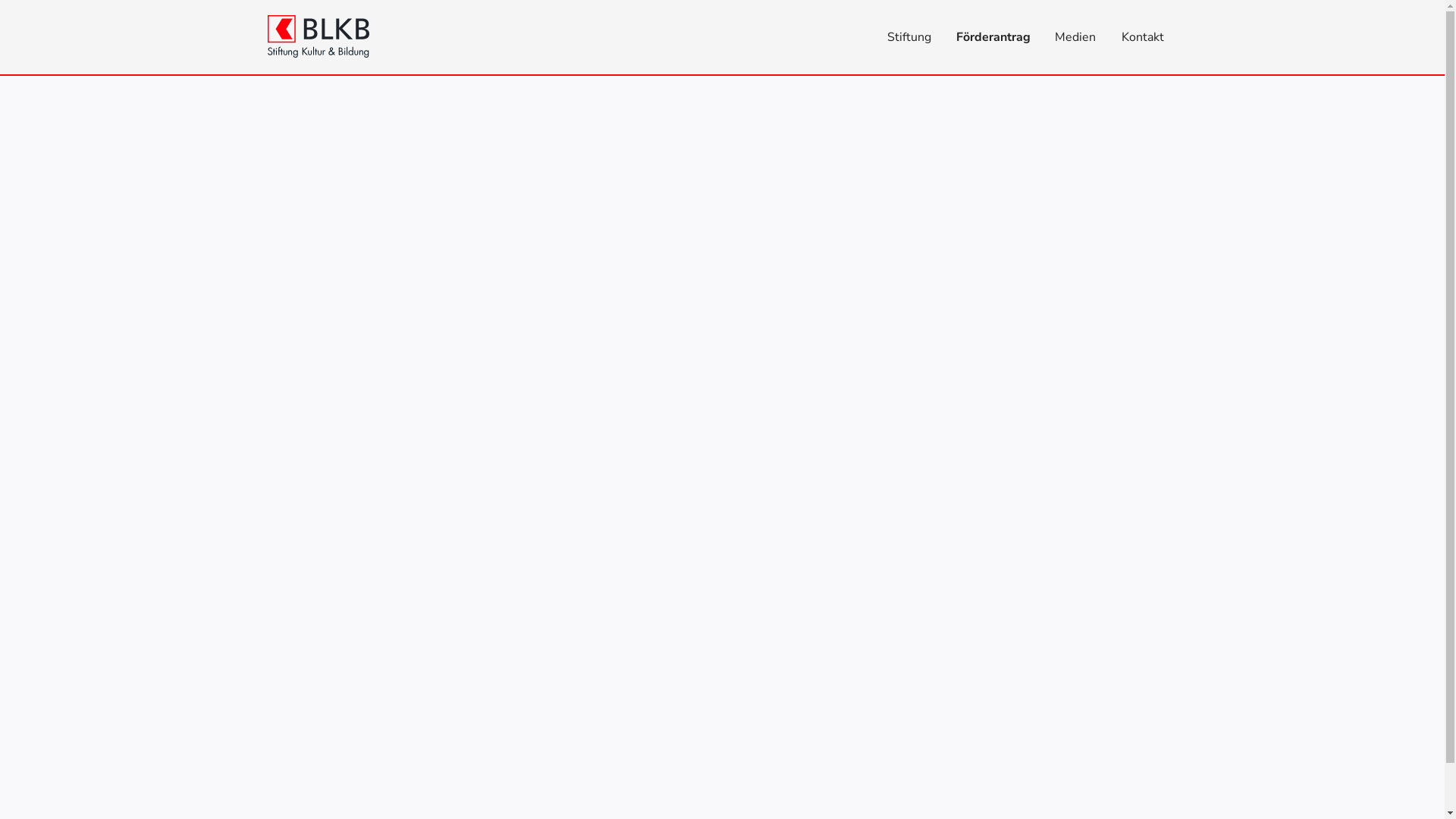  Describe the element at coordinates (1109, 36) in the screenshot. I see `'Kontakt'` at that location.